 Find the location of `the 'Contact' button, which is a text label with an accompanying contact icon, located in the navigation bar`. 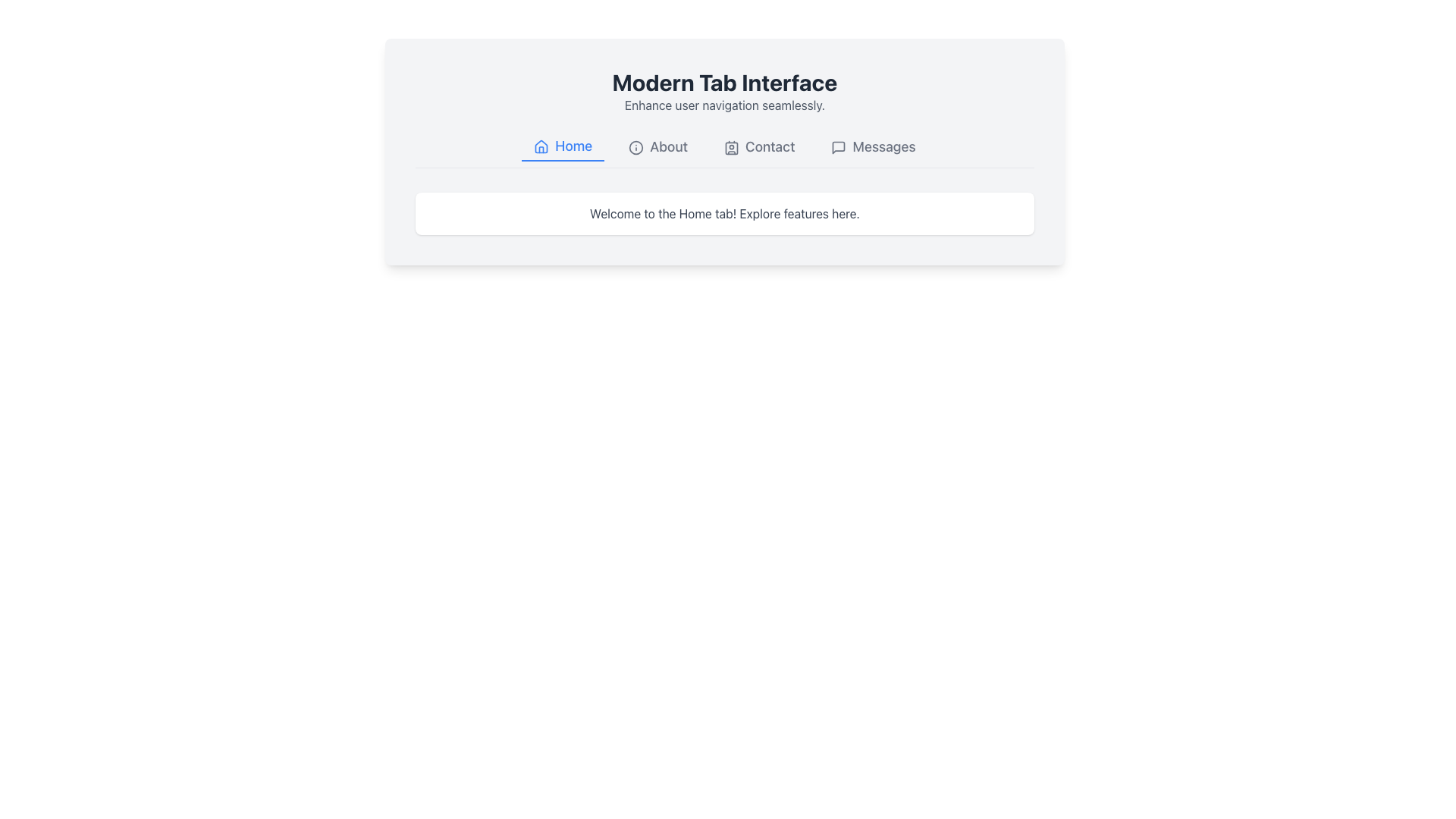

the 'Contact' button, which is a text label with an accompanying contact icon, located in the navigation bar is located at coordinates (759, 146).